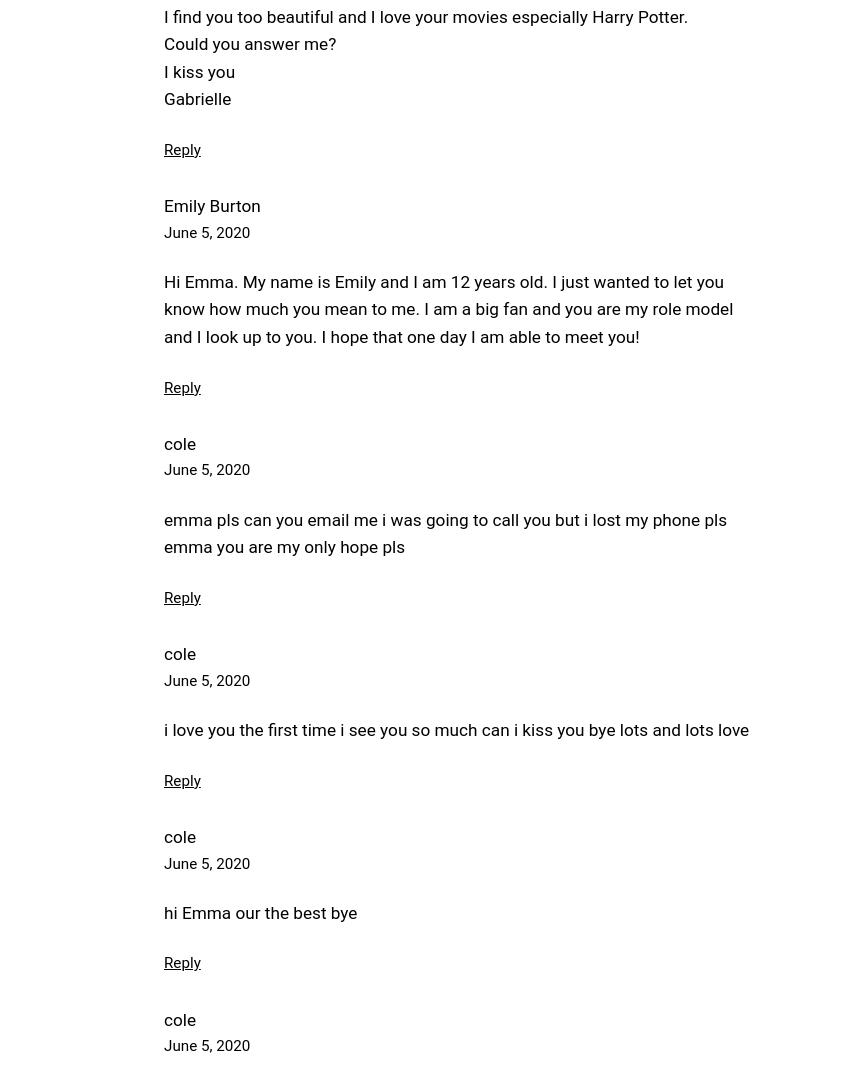 The width and height of the screenshot is (850, 1074). What do you see at coordinates (425, 15) in the screenshot?
I see `'I find you too beautiful and I love your movies especially Harry Potter.'` at bounding box center [425, 15].